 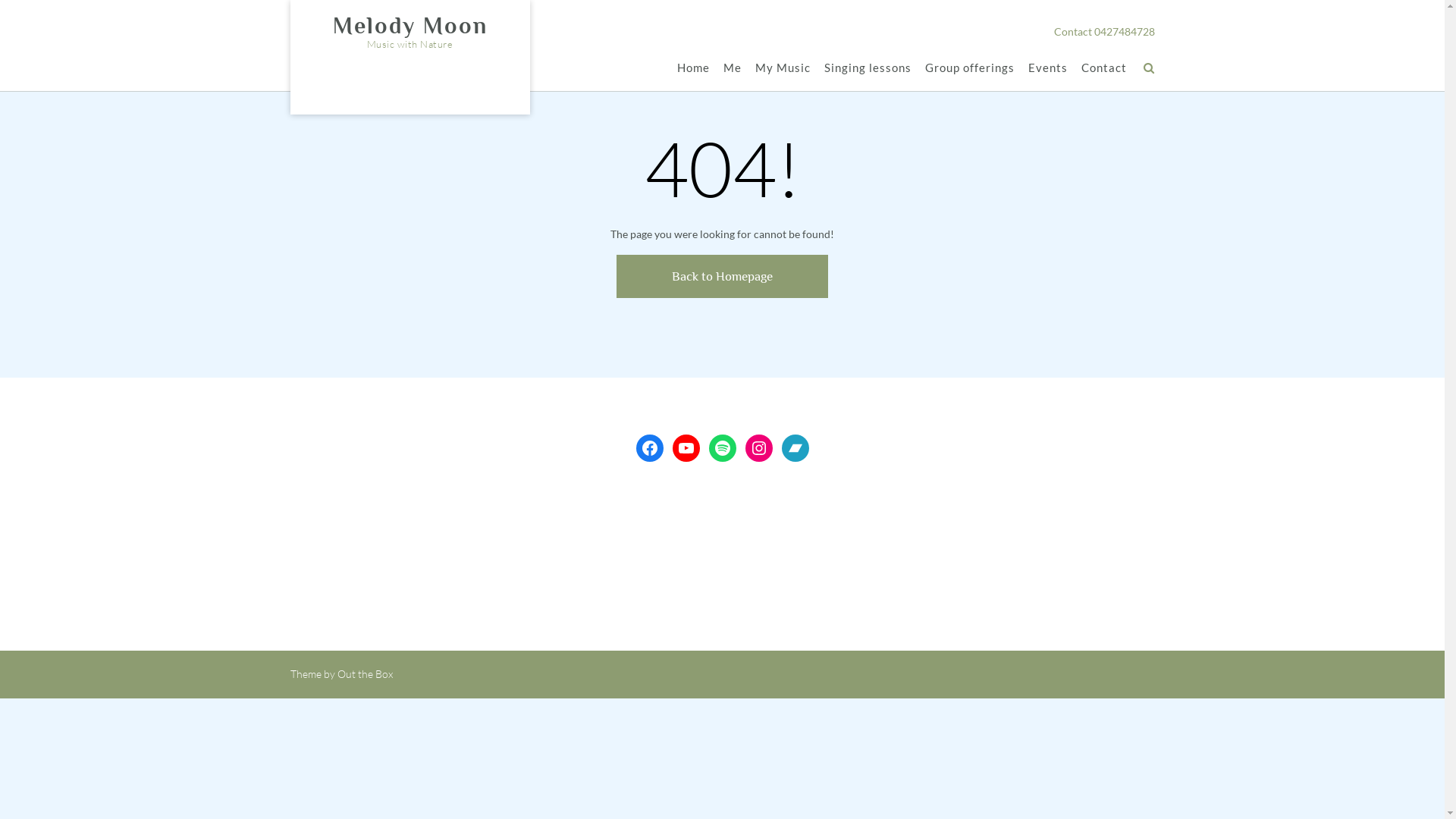 I want to click on 'My Music', so click(x=783, y=67).